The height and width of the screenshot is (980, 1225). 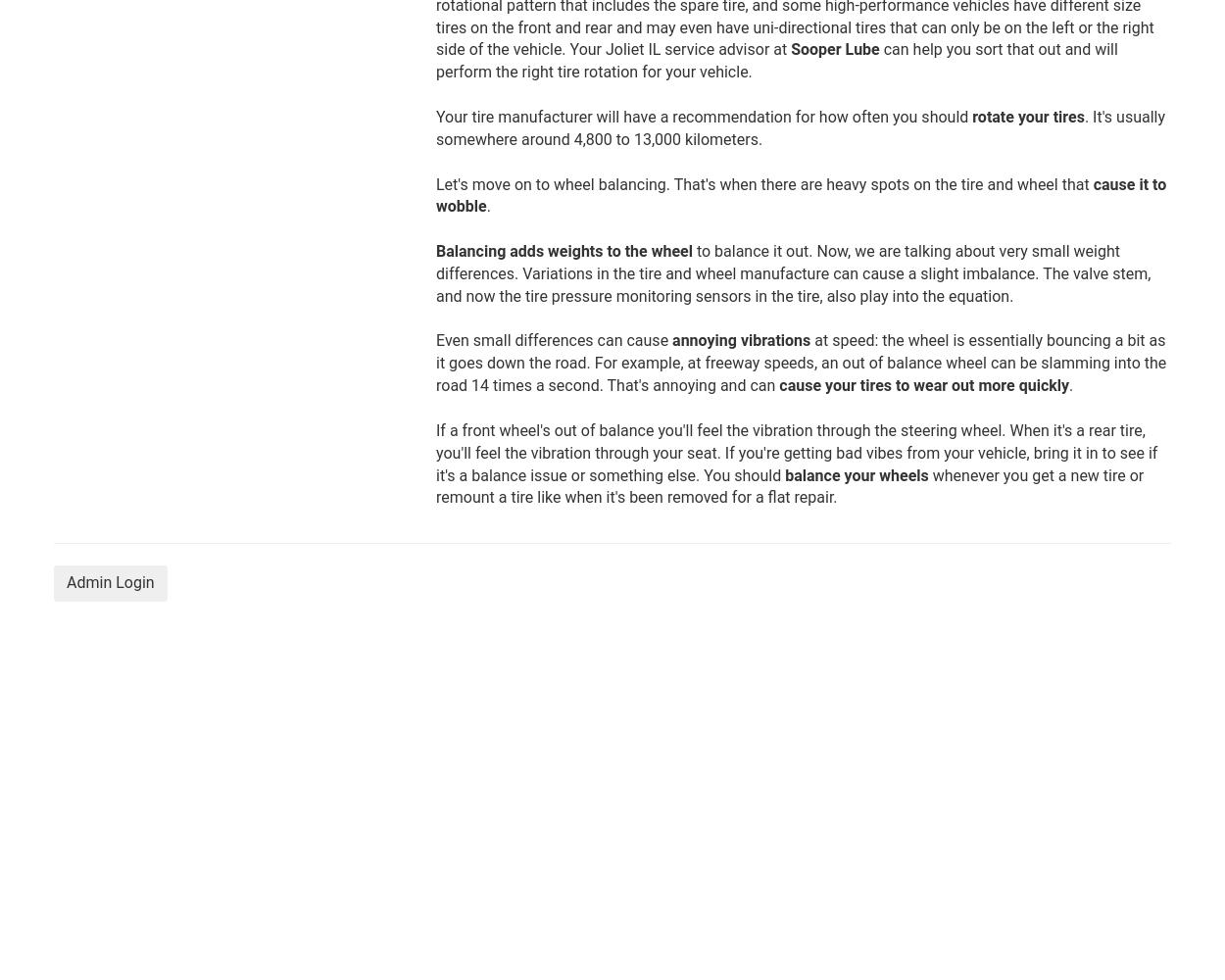 What do you see at coordinates (109, 581) in the screenshot?
I see `'Admin Login'` at bounding box center [109, 581].